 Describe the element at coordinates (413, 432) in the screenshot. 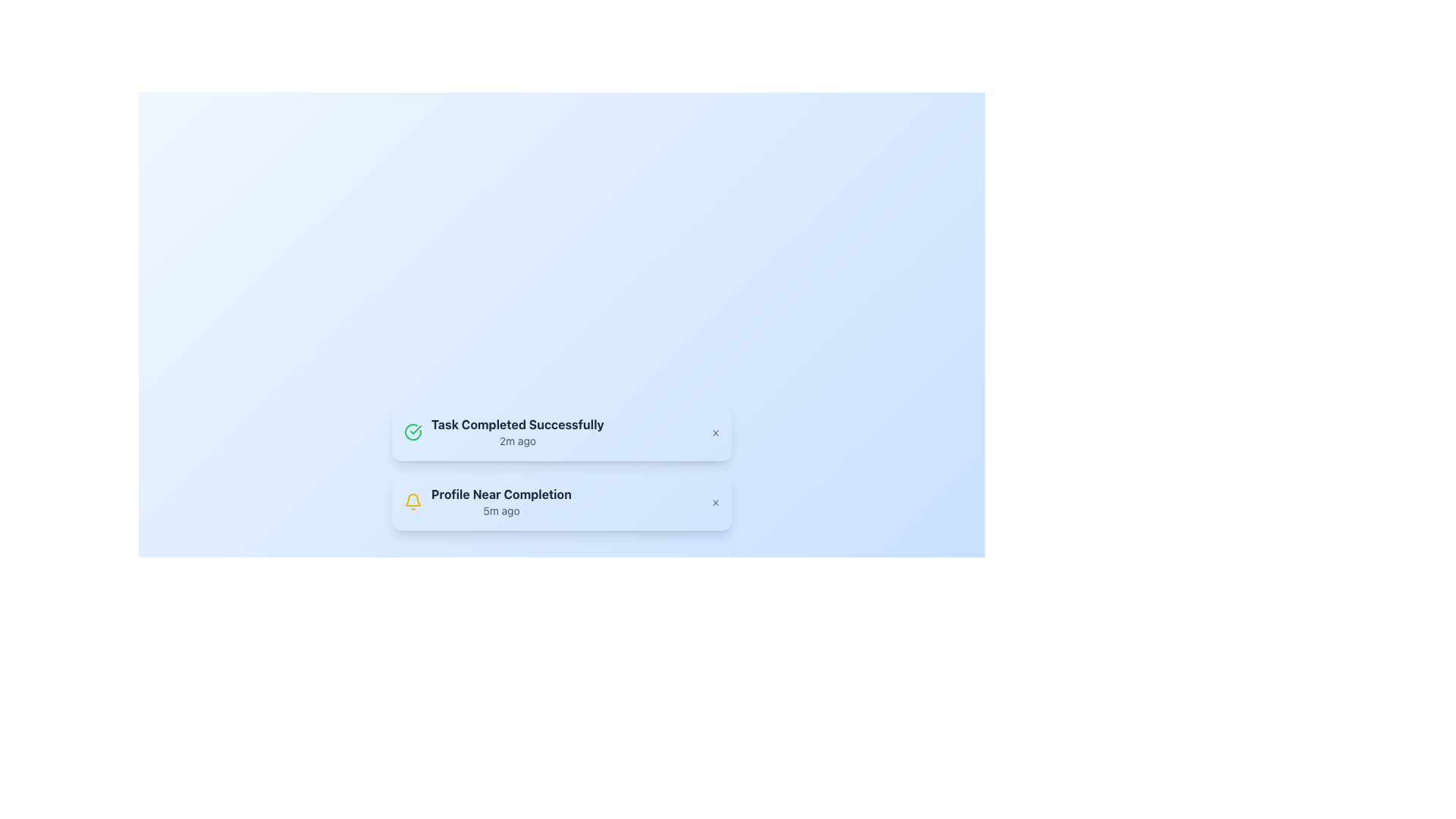

I see `the completion icon located at the leftmost position of the 'Task Completed Successfully' notification area` at that location.